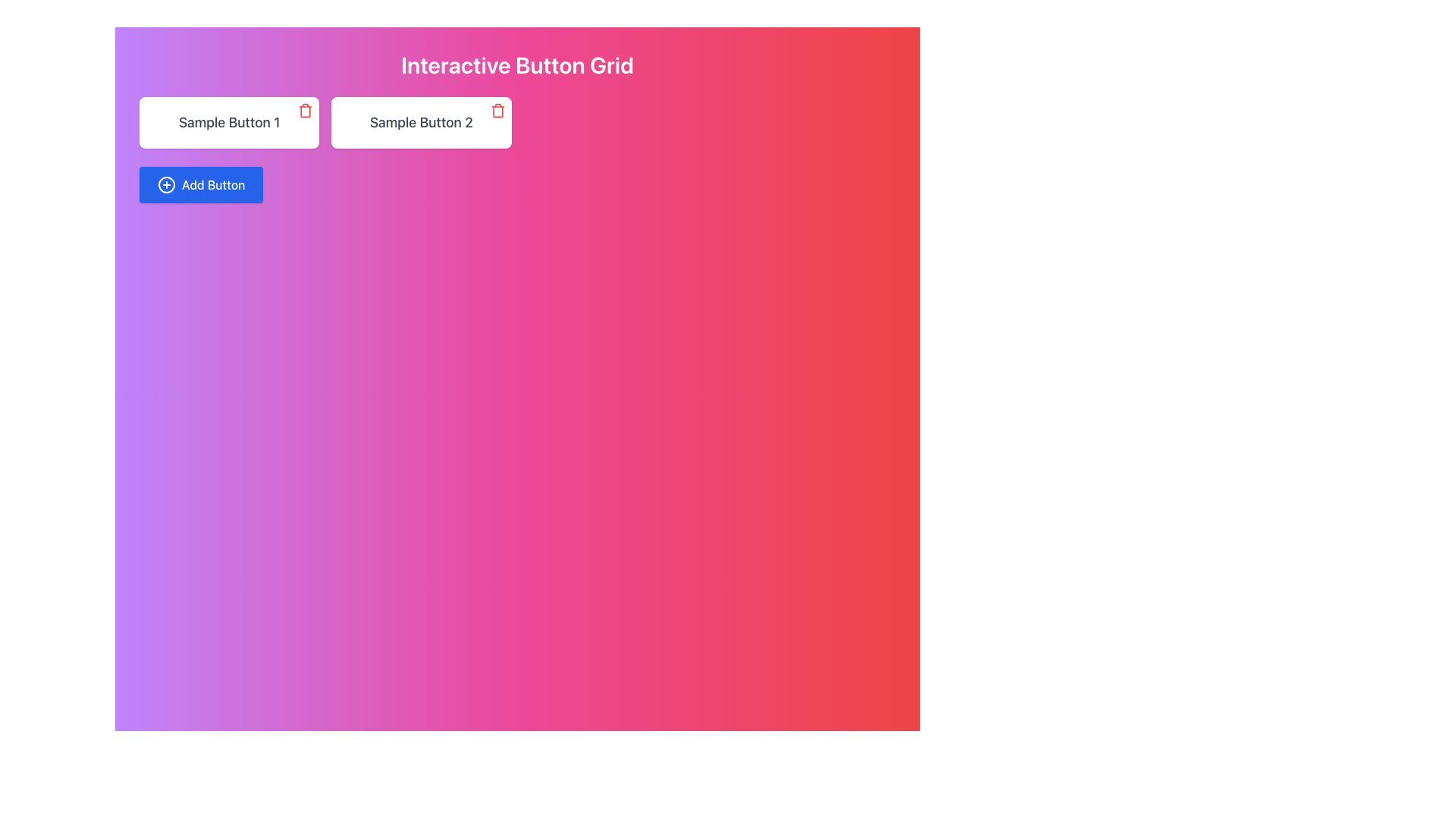 The image size is (1456, 819). I want to click on the 'Sample Button 2' which is a rectangular button with a white background and a trash icon in the top right corner, located in the upper row of the grid layout, so click(421, 122).